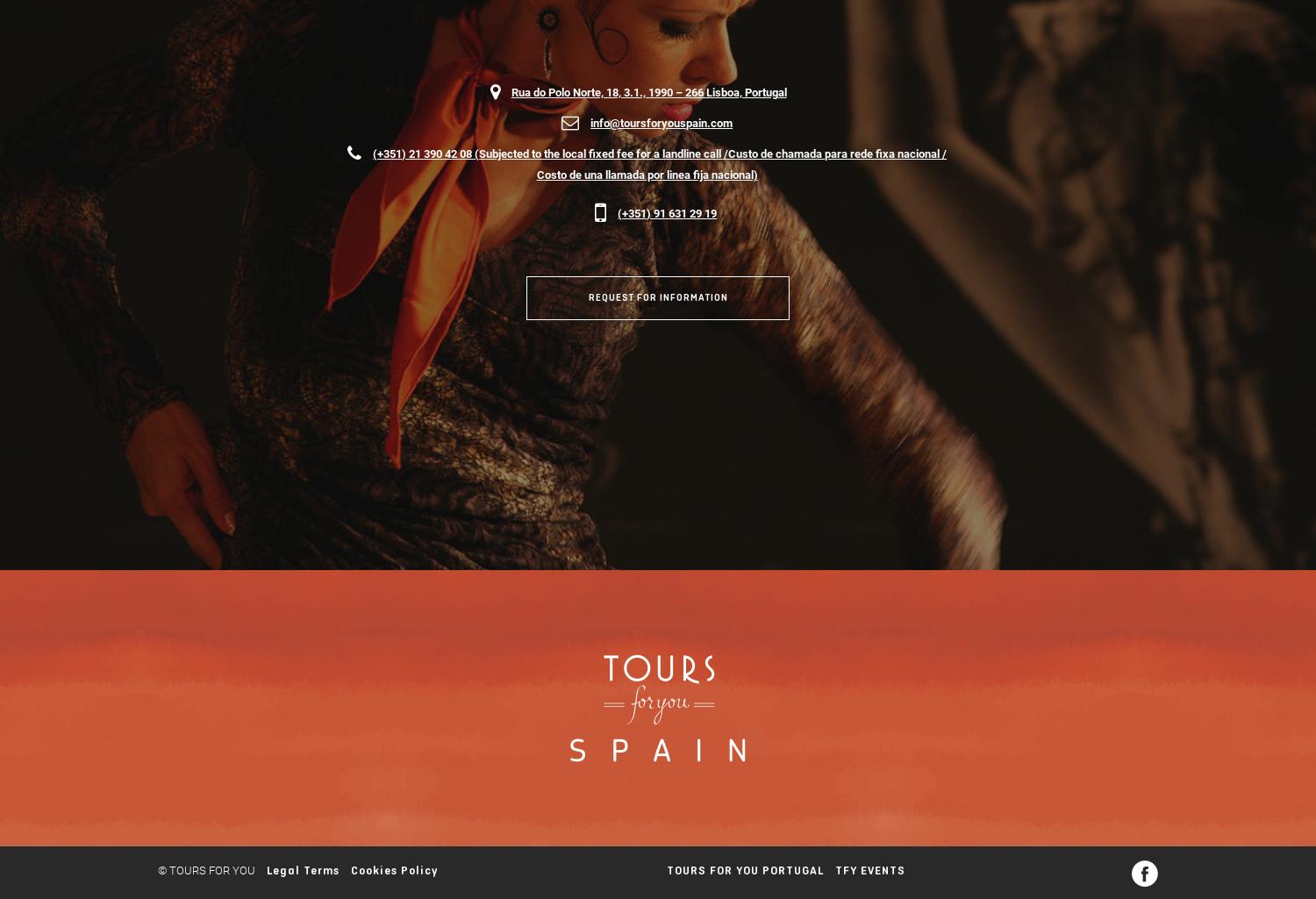 This screenshot has width=1316, height=899. I want to click on 'info@toursforyouspain.com', so click(662, 122).